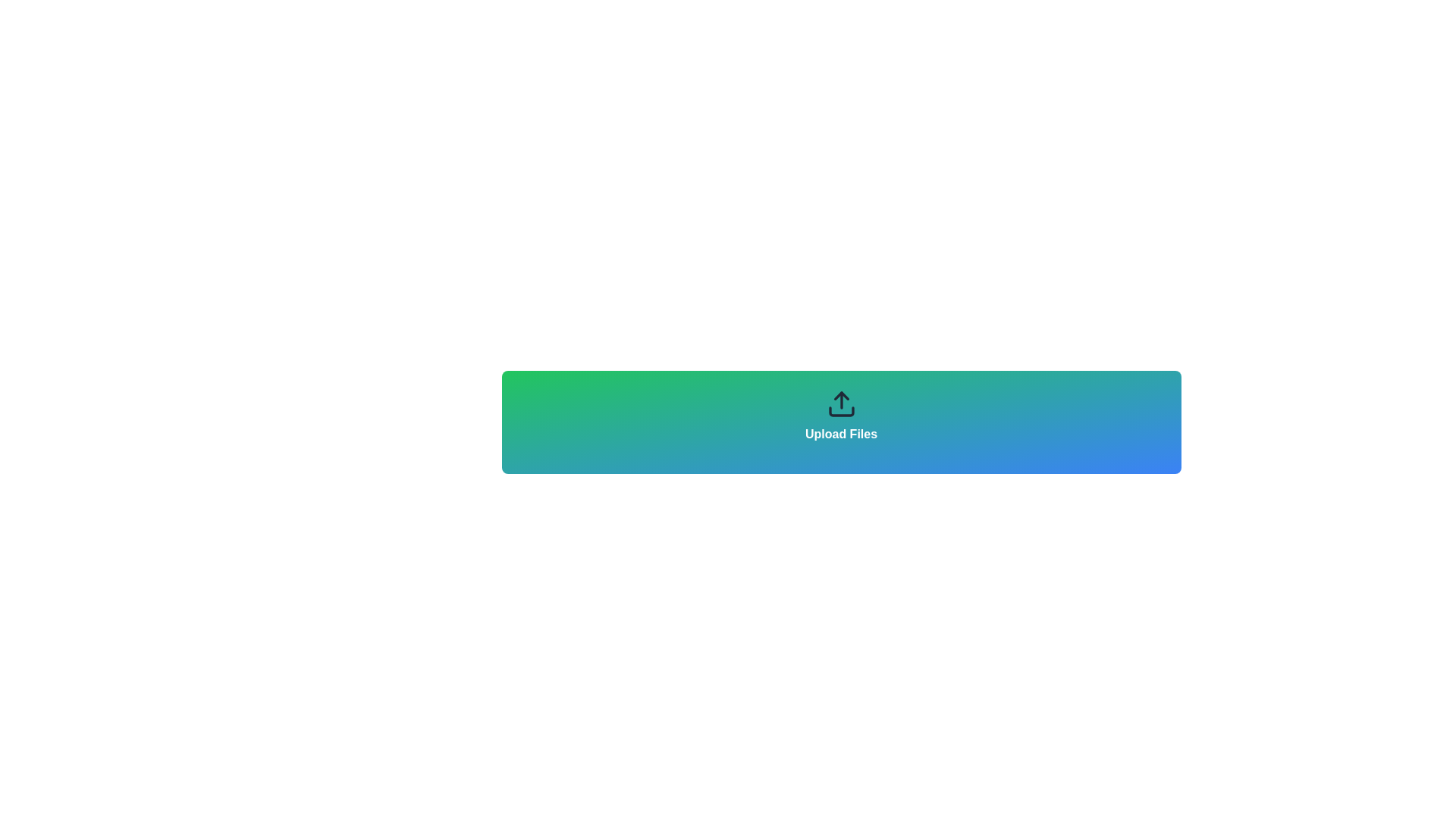 The image size is (1456, 819). I want to click on the upload icon, which symbolizes the functionality of uploading files, located above the 'Upload Files' text, so click(840, 403).